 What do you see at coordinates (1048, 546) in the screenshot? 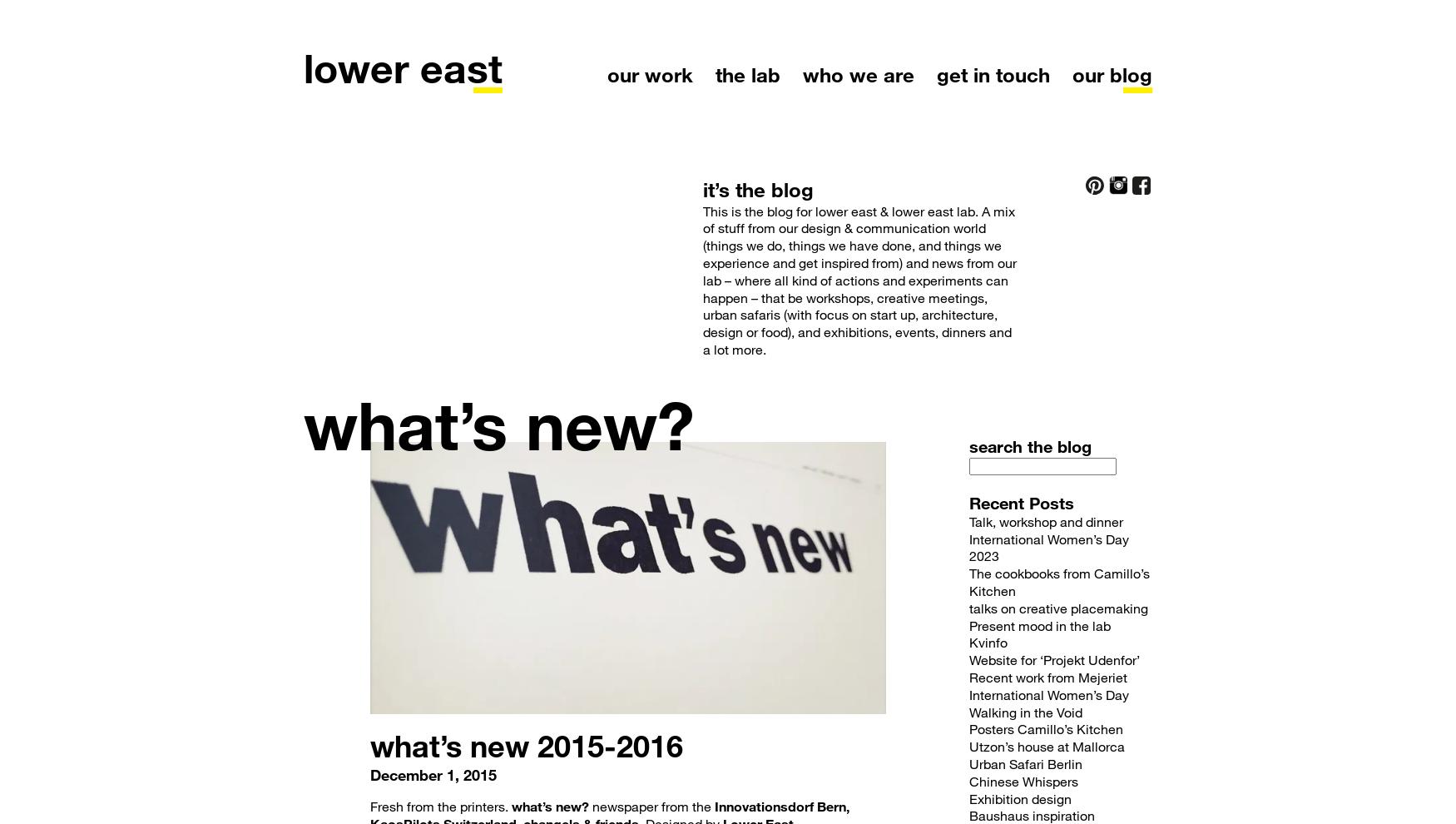
I see `'International Women’s Day 2023'` at bounding box center [1048, 546].